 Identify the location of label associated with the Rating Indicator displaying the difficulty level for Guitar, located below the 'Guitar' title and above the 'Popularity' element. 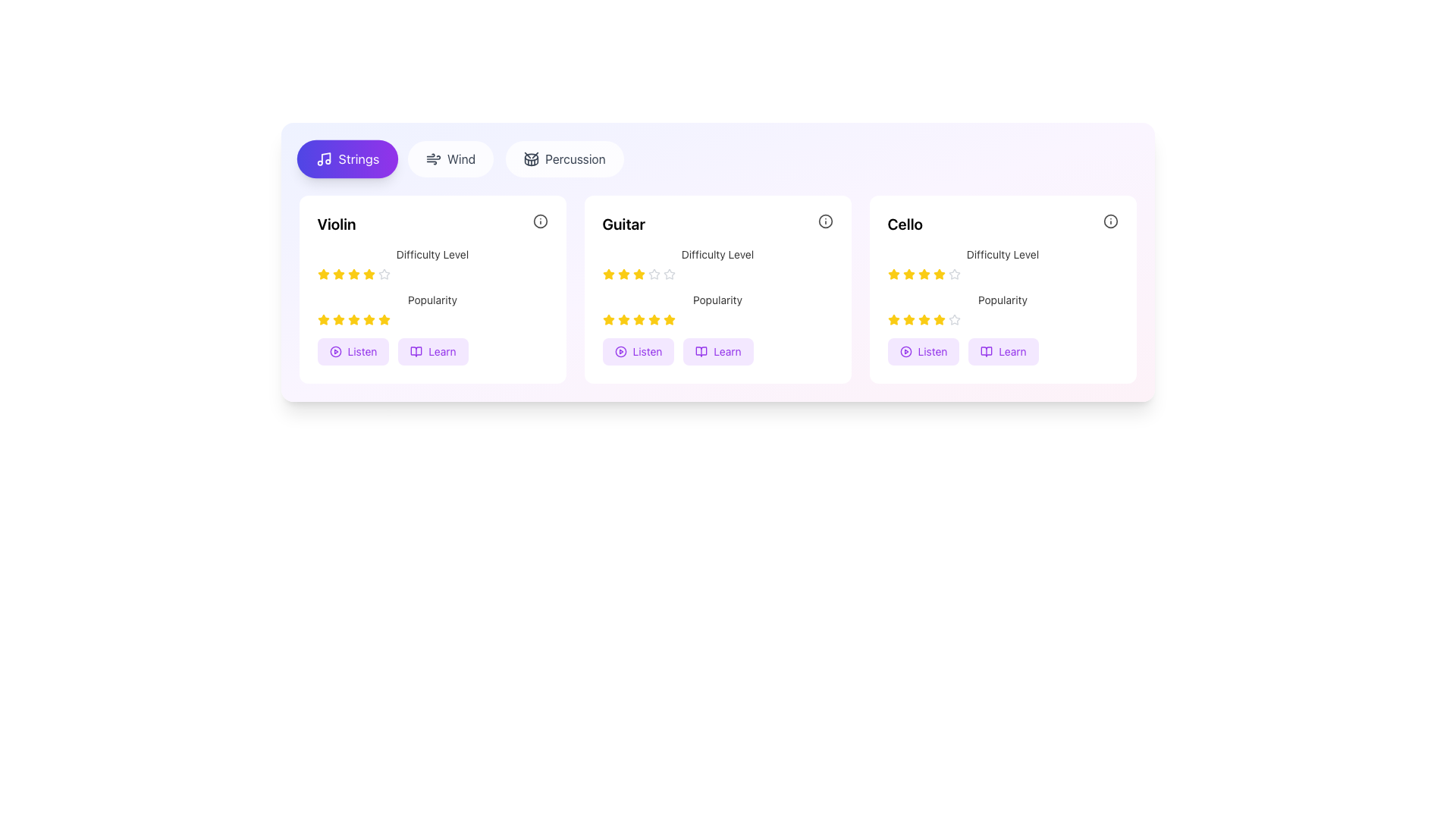
(717, 262).